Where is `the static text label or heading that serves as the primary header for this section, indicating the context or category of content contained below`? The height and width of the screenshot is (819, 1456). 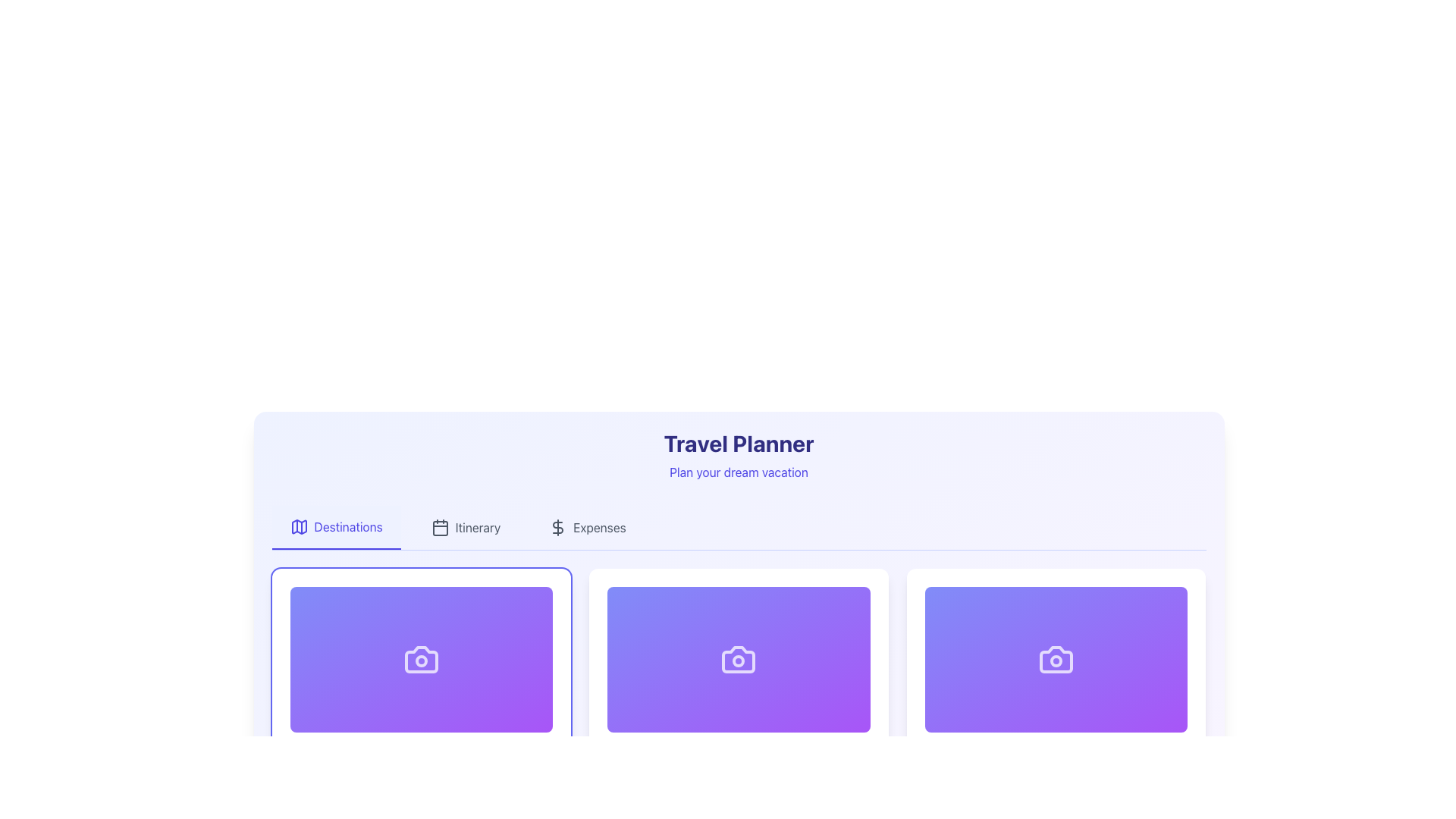
the static text label or heading that serves as the primary header for this section, indicating the context or category of content contained below is located at coordinates (739, 444).